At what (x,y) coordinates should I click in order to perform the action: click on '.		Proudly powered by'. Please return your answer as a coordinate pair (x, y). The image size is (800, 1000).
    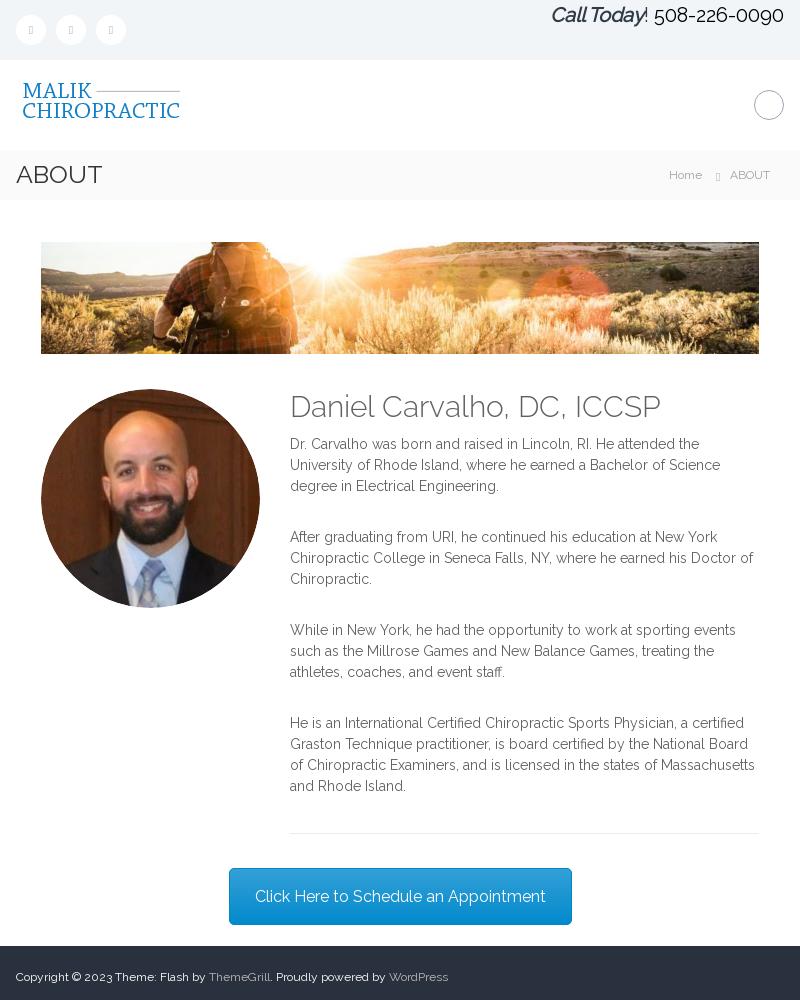
    Looking at the image, I should click on (328, 976).